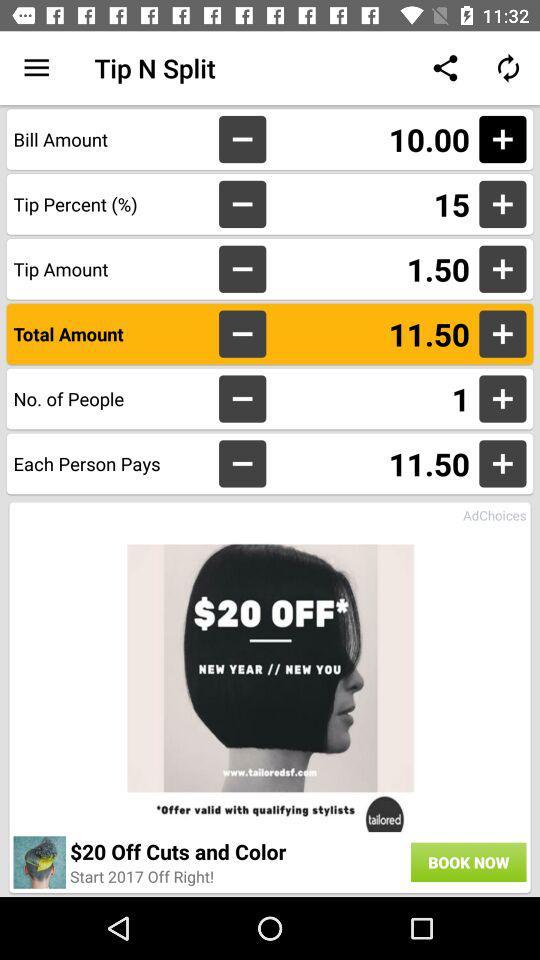 This screenshot has width=540, height=960. I want to click on the icon to the right of 20 off cuts icon, so click(468, 861).